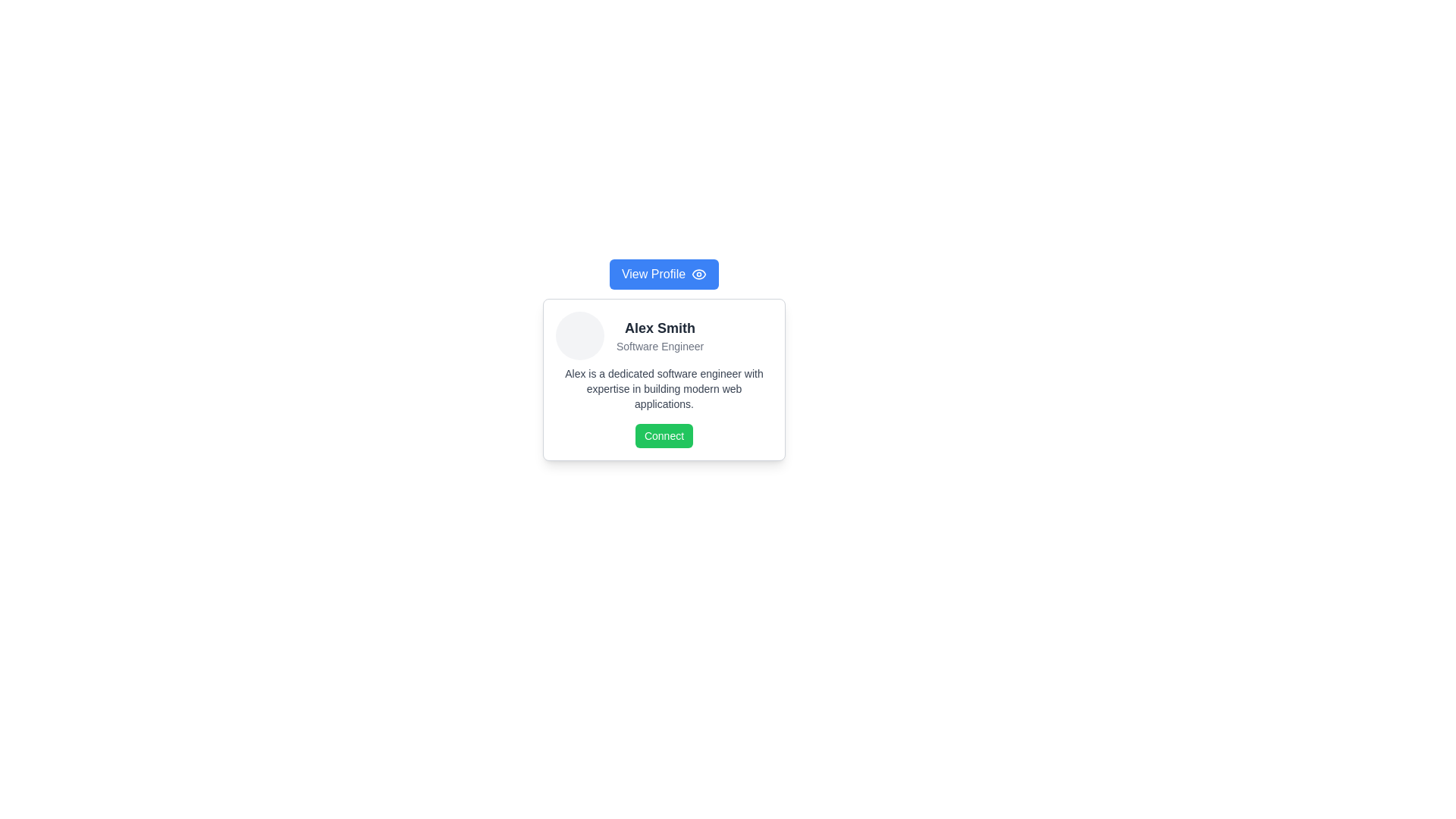  I want to click on the Text block that provides descriptive information about the individual's professional qualifications and expertise, located below the heading with 'Alex Smith' and above the 'Connect' button, so click(664, 388).